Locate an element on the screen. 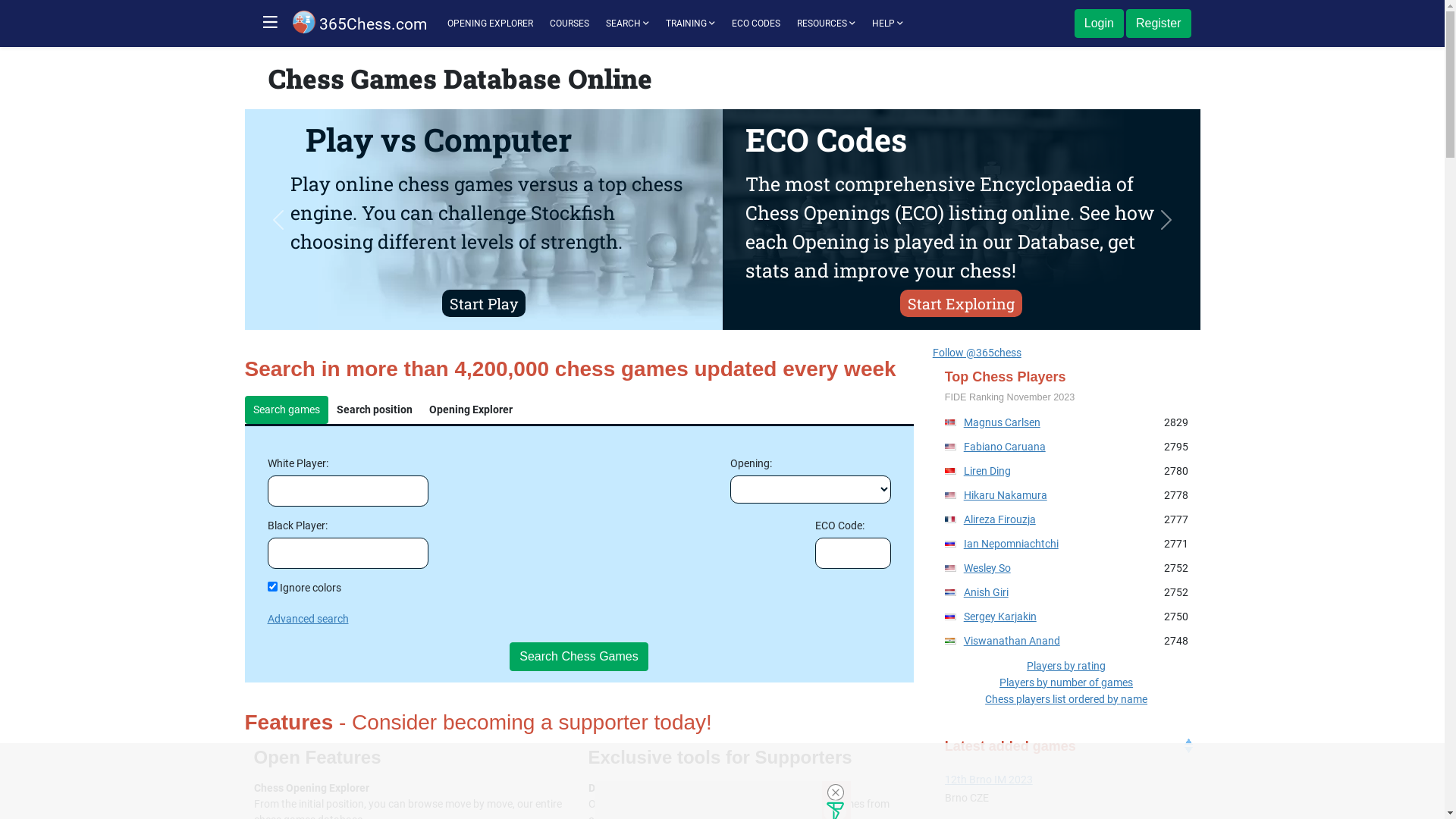 The width and height of the screenshot is (1456, 819). 'Magnus Carlsen' is located at coordinates (1002, 422).